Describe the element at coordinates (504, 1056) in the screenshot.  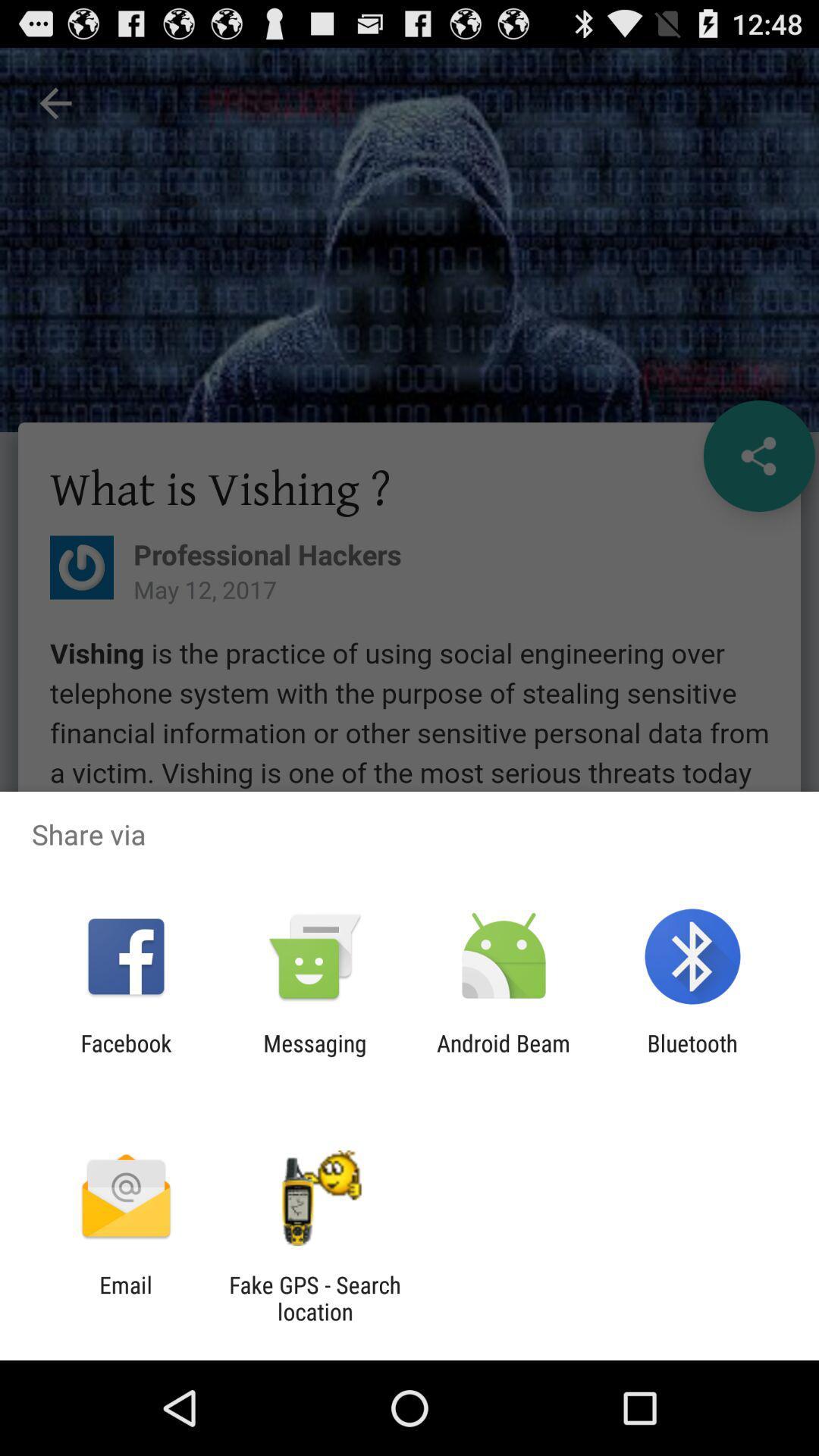
I see `app to the right of the messaging icon` at that location.